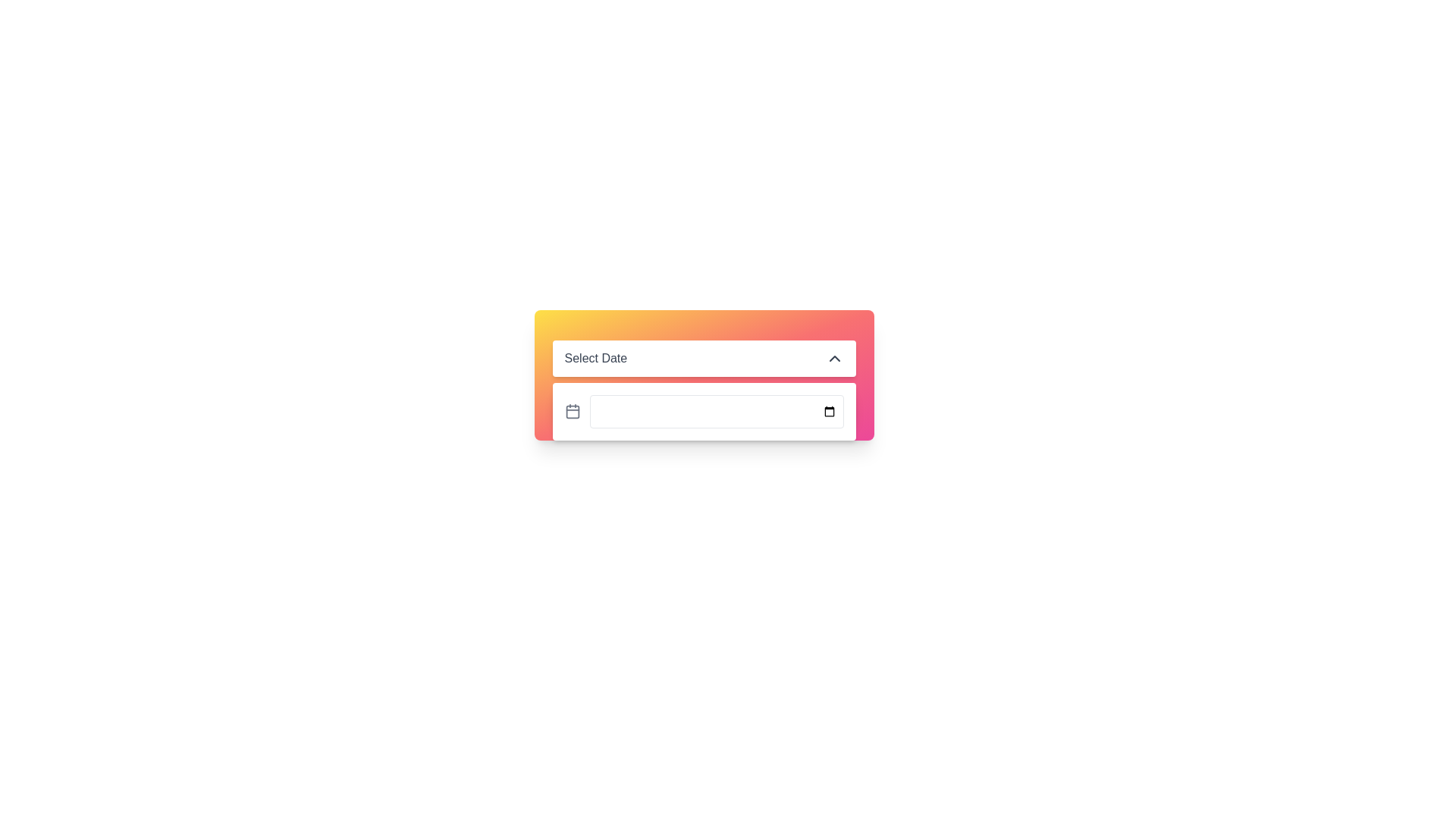 The height and width of the screenshot is (819, 1456). I want to click on a date from the calendar by clicking on the interactive date input field, which is centrally located and allows for date entry or calendar selection, so click(716, 412).